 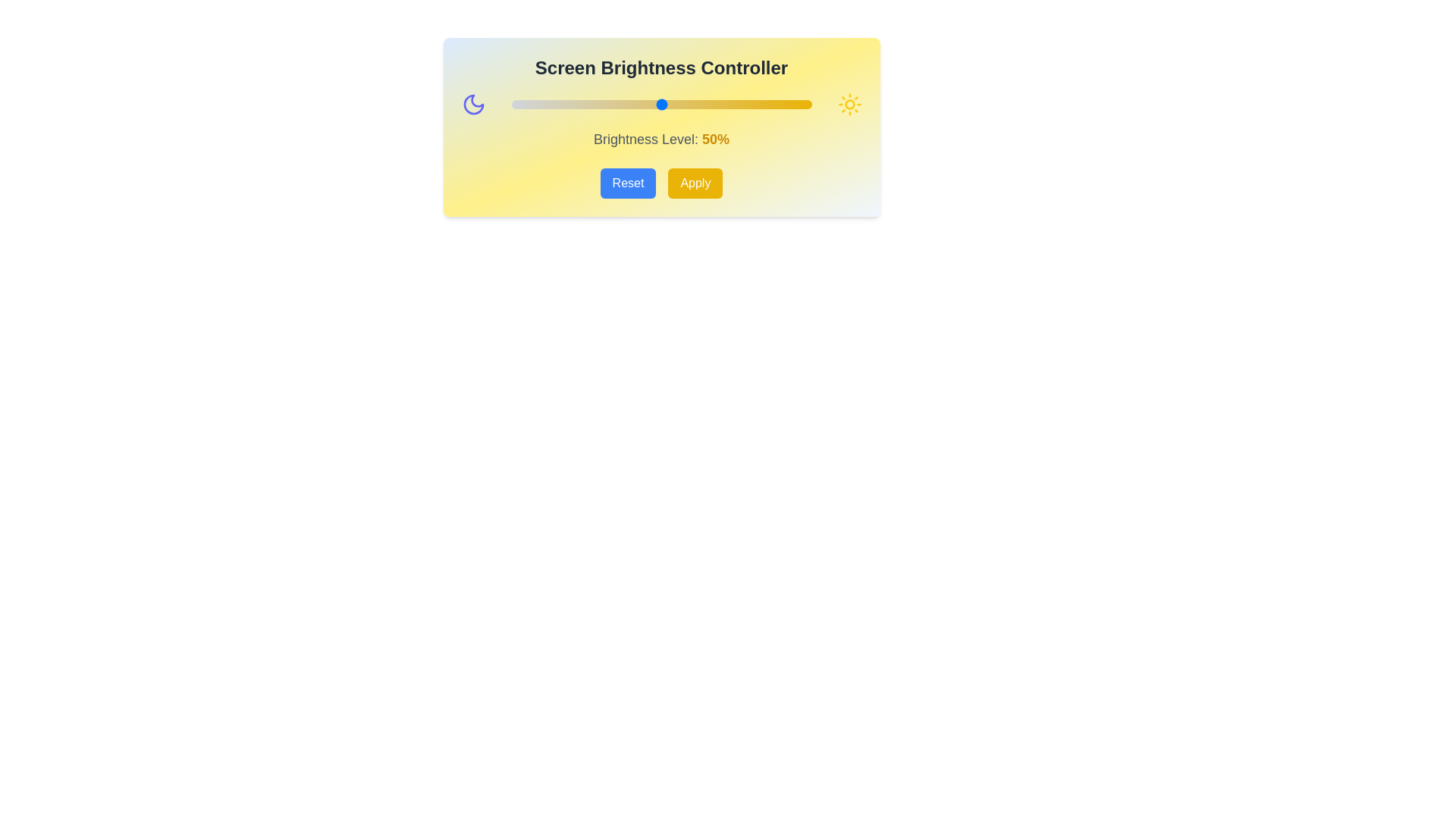 What do you see at coordinates (805, 104) in the screenshot?
I see `the brightness slider to set the brightness level to 98%` at bounding box center [805, 104].